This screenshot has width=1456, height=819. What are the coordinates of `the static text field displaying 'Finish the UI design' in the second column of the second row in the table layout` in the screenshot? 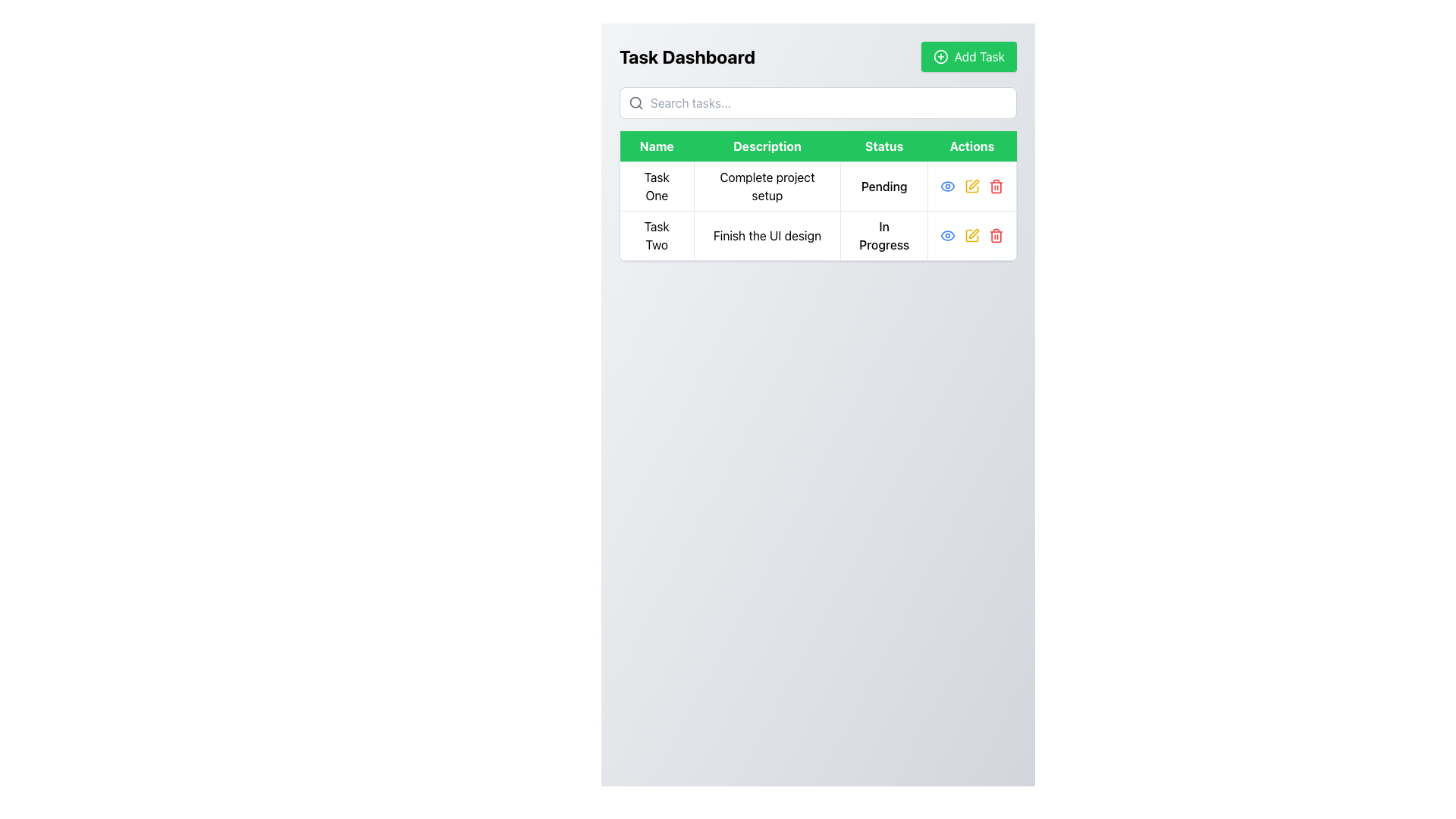 It's located at (767, 236).